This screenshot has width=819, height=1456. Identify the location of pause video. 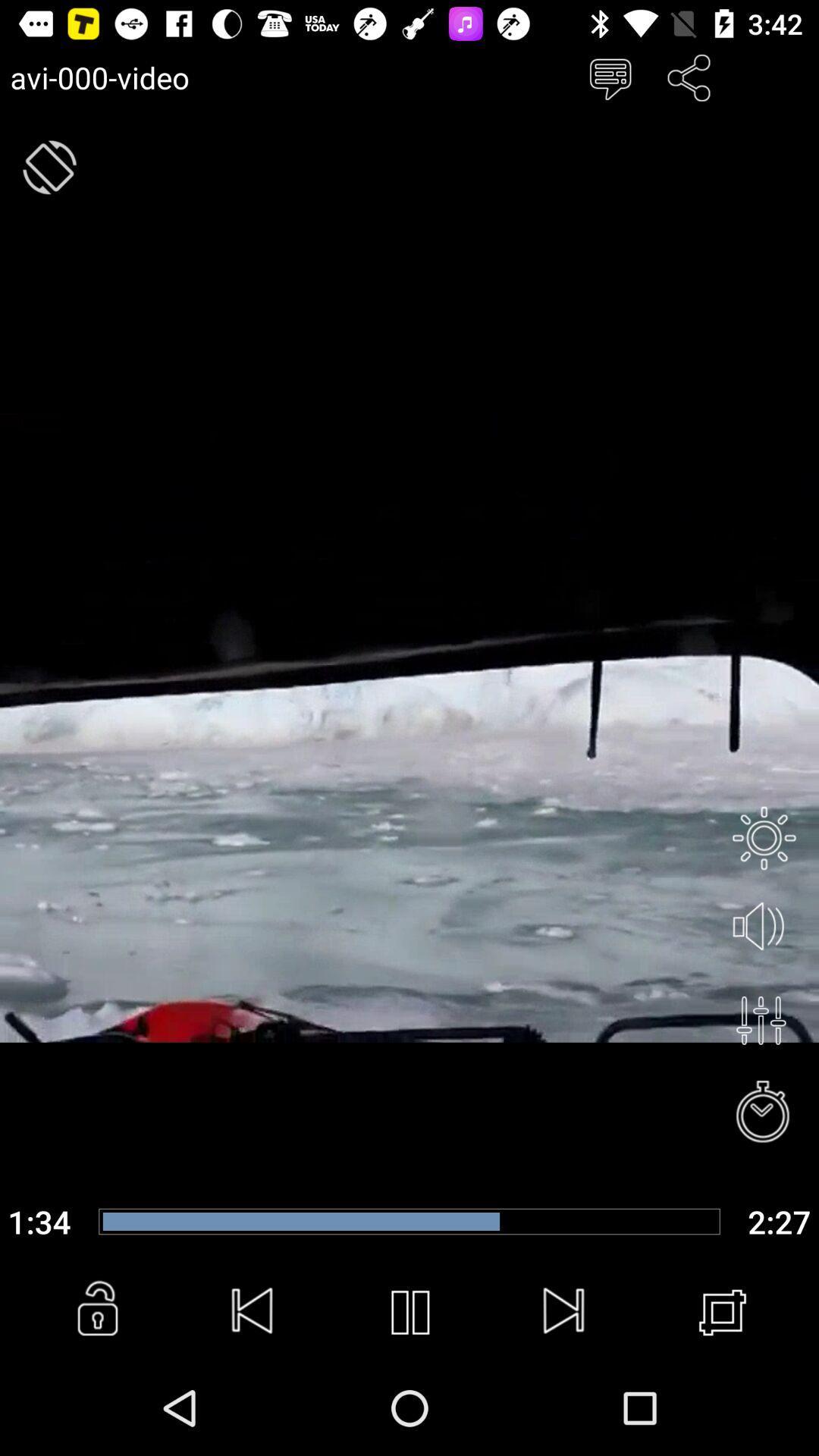
(409, 1312).